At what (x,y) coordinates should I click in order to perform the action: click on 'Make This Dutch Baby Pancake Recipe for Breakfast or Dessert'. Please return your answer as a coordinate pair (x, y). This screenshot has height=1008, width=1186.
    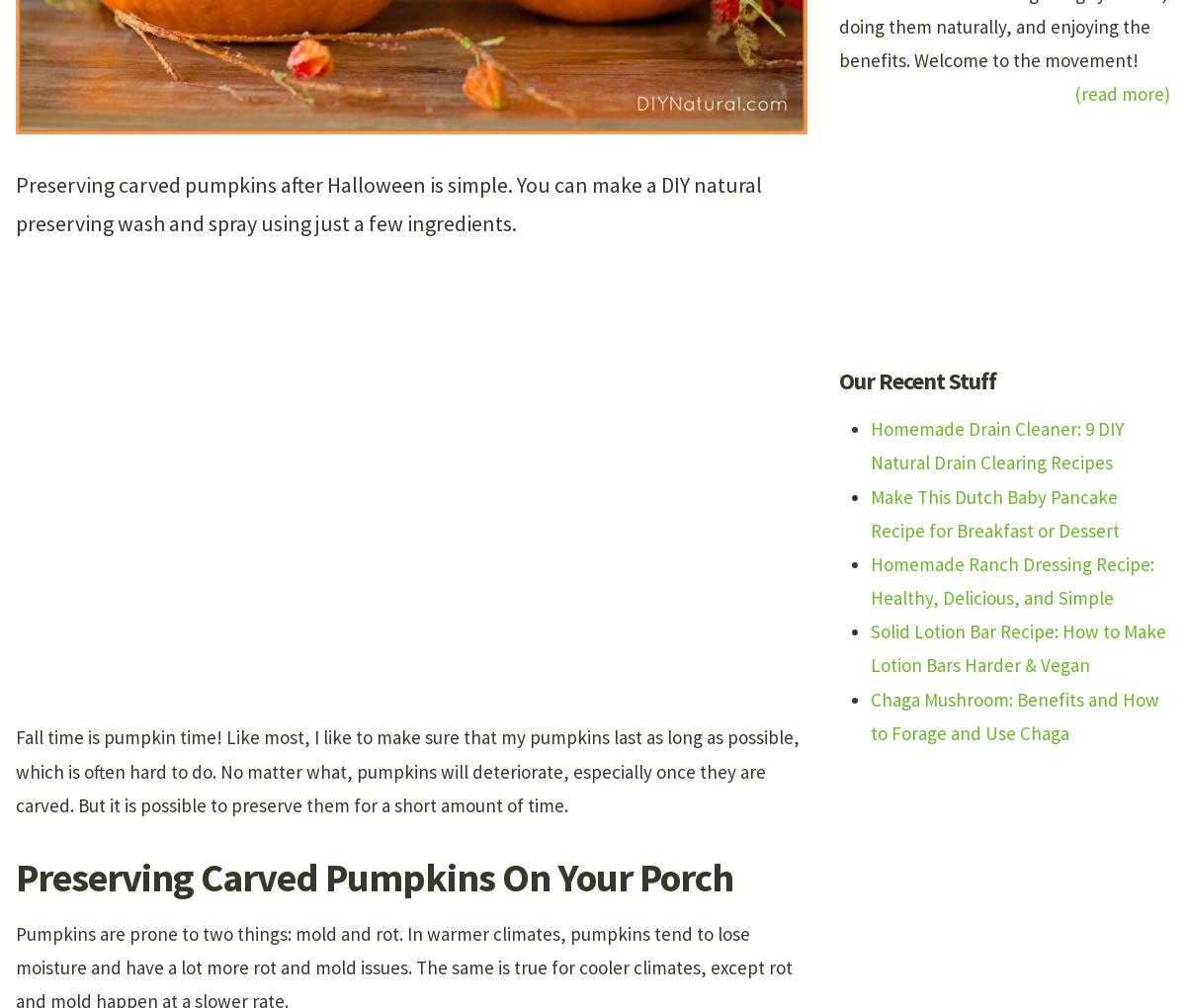
    Looking at the image, I should click on (995, 511).